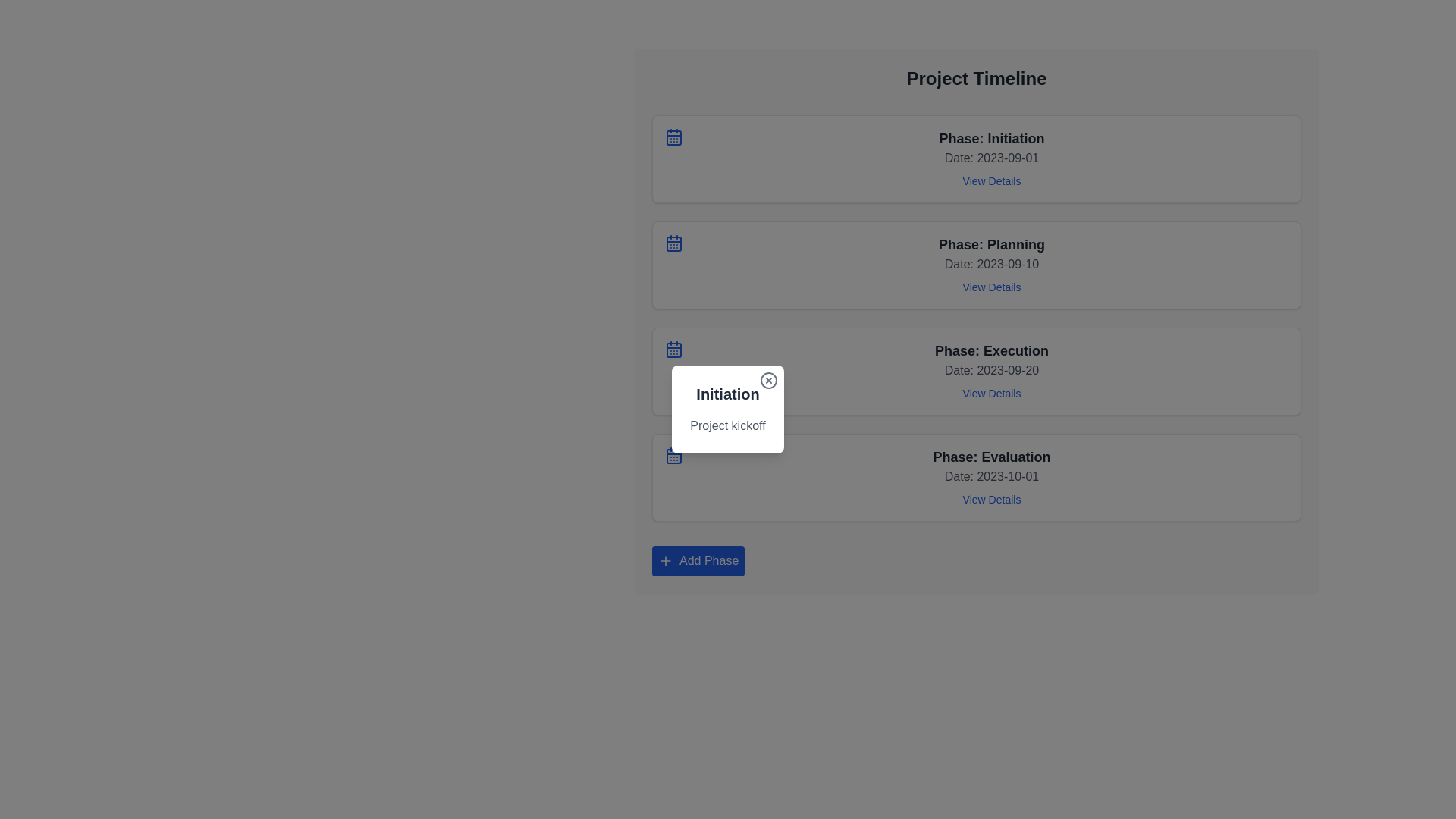 The image size is (1456, 819). What do you see at coordinates (768, 379) in the screenshot?
I see `the close button located at the top-right corner of the white card labeled 'Initiation' with the subtitle 'Project kickoff'` at bounding box center [768, 379].